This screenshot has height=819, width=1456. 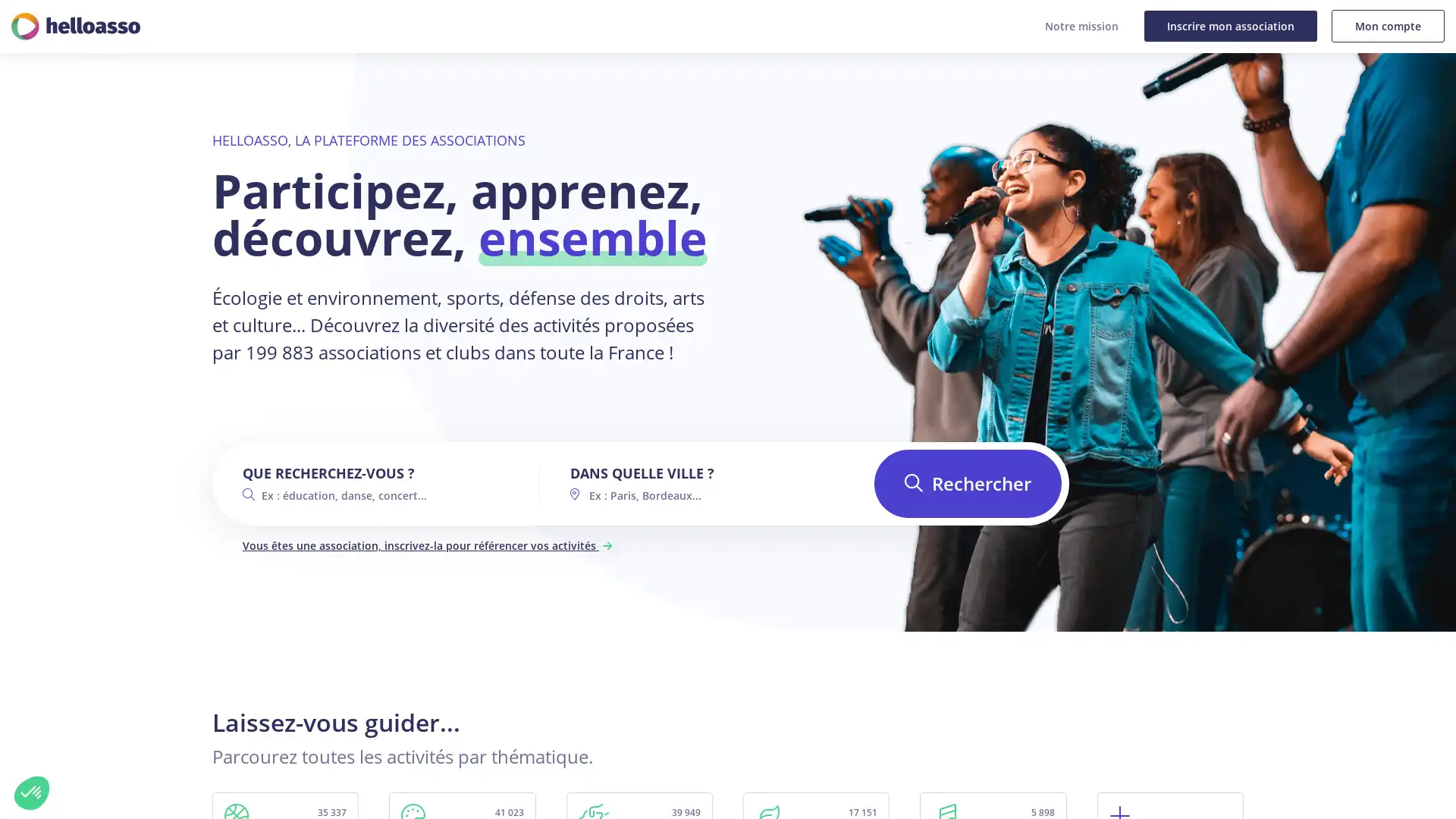 I want to click on Non merci, so click(x=67, y=742).